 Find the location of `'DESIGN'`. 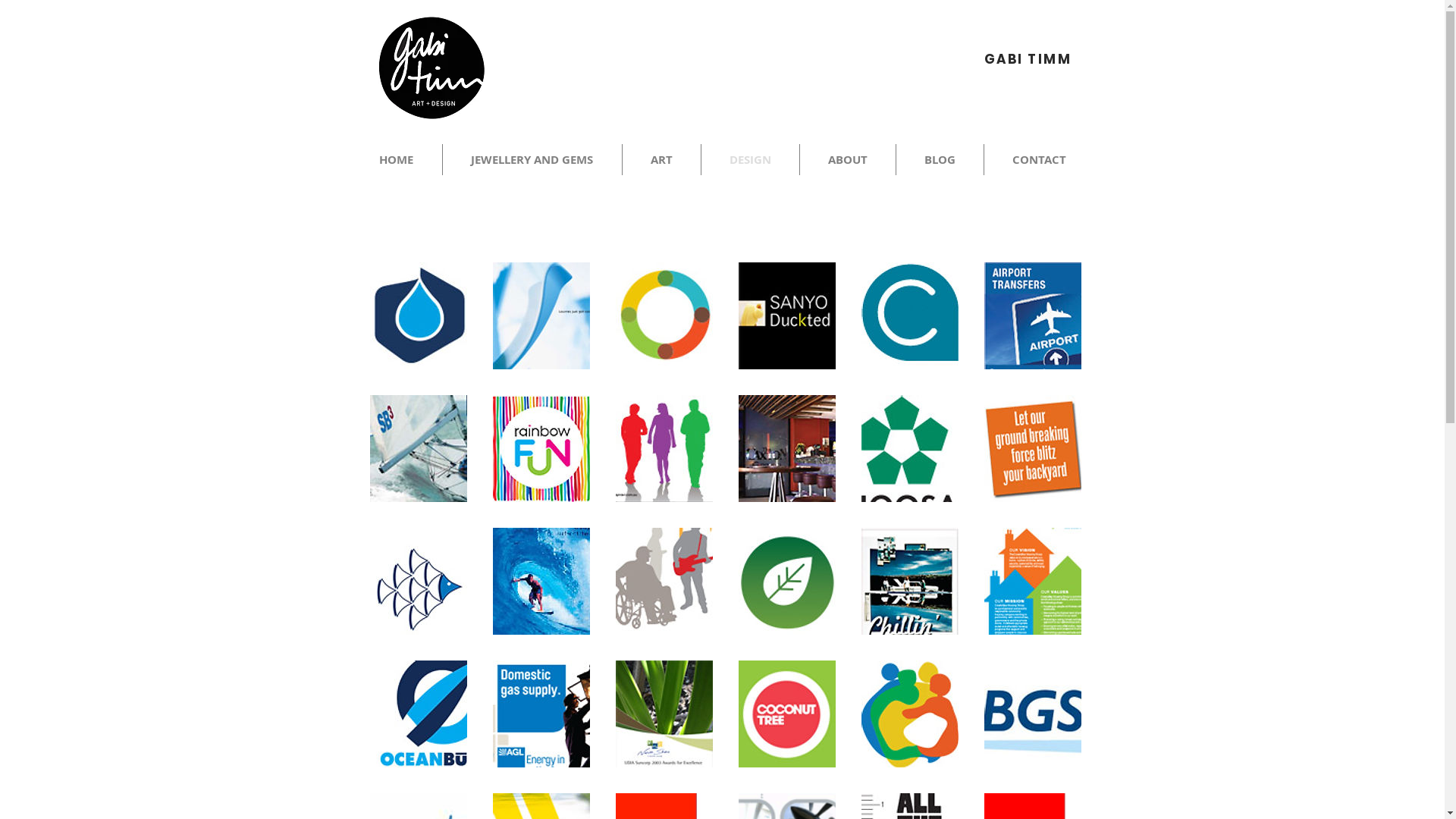

'DESIGN' is located at coordinates (749, 159).